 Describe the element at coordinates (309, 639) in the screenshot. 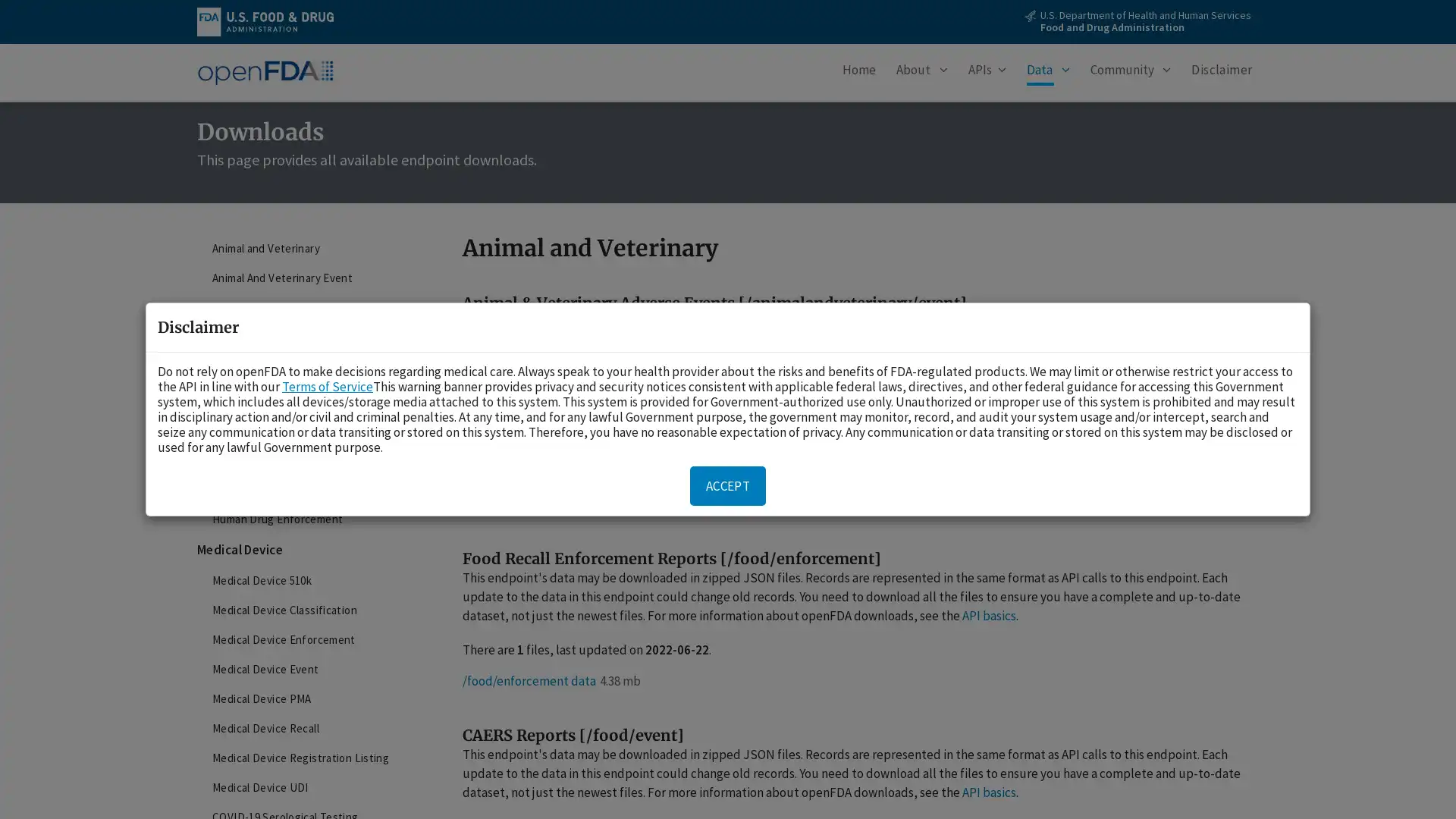

I see `Medical Device Enforcement` at that location.